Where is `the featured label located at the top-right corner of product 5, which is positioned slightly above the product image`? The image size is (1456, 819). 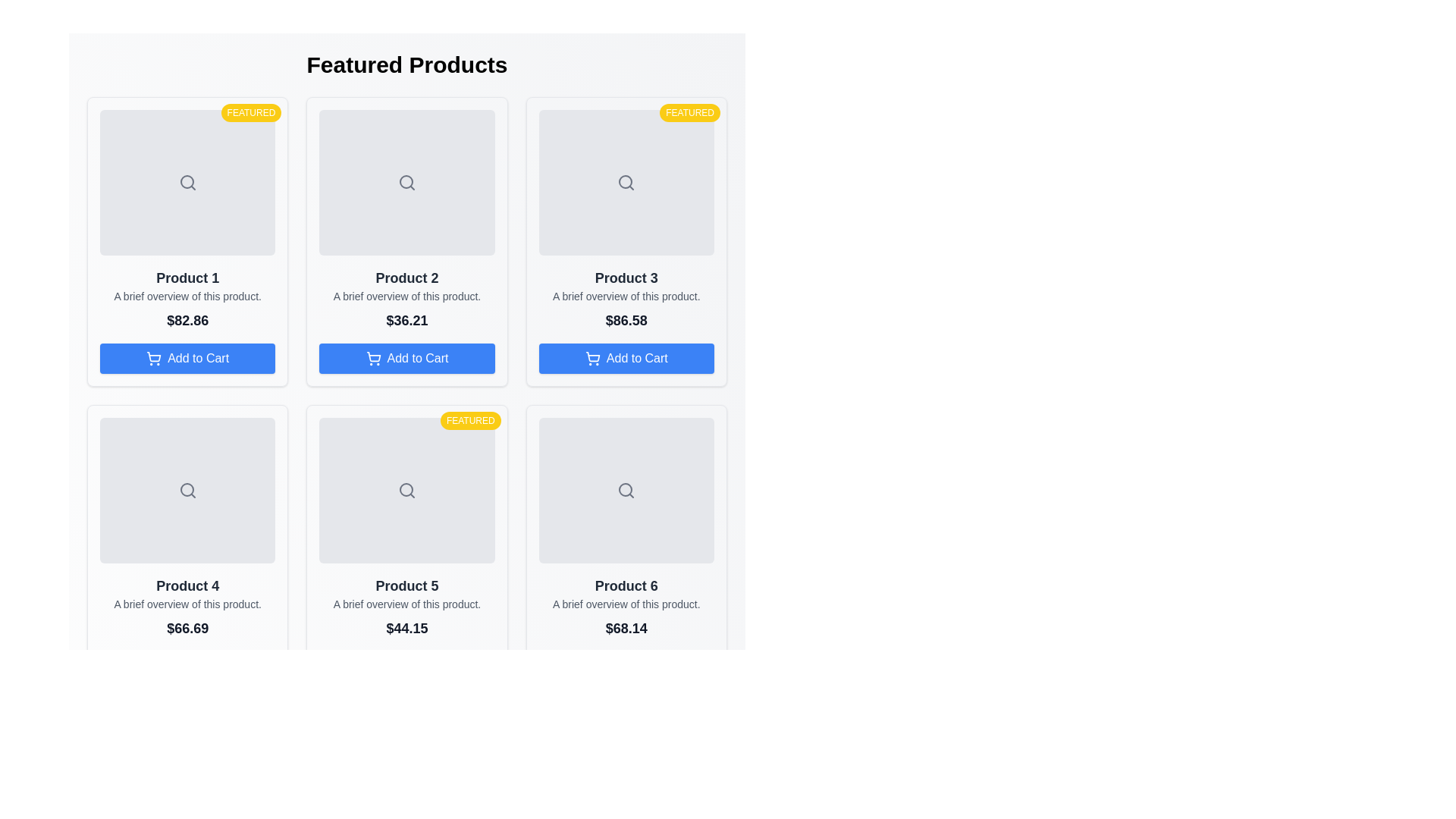 the featured label located at the top-right corner of product 5, which is positioned slightly above the product image is located at coordinates (469, 421).